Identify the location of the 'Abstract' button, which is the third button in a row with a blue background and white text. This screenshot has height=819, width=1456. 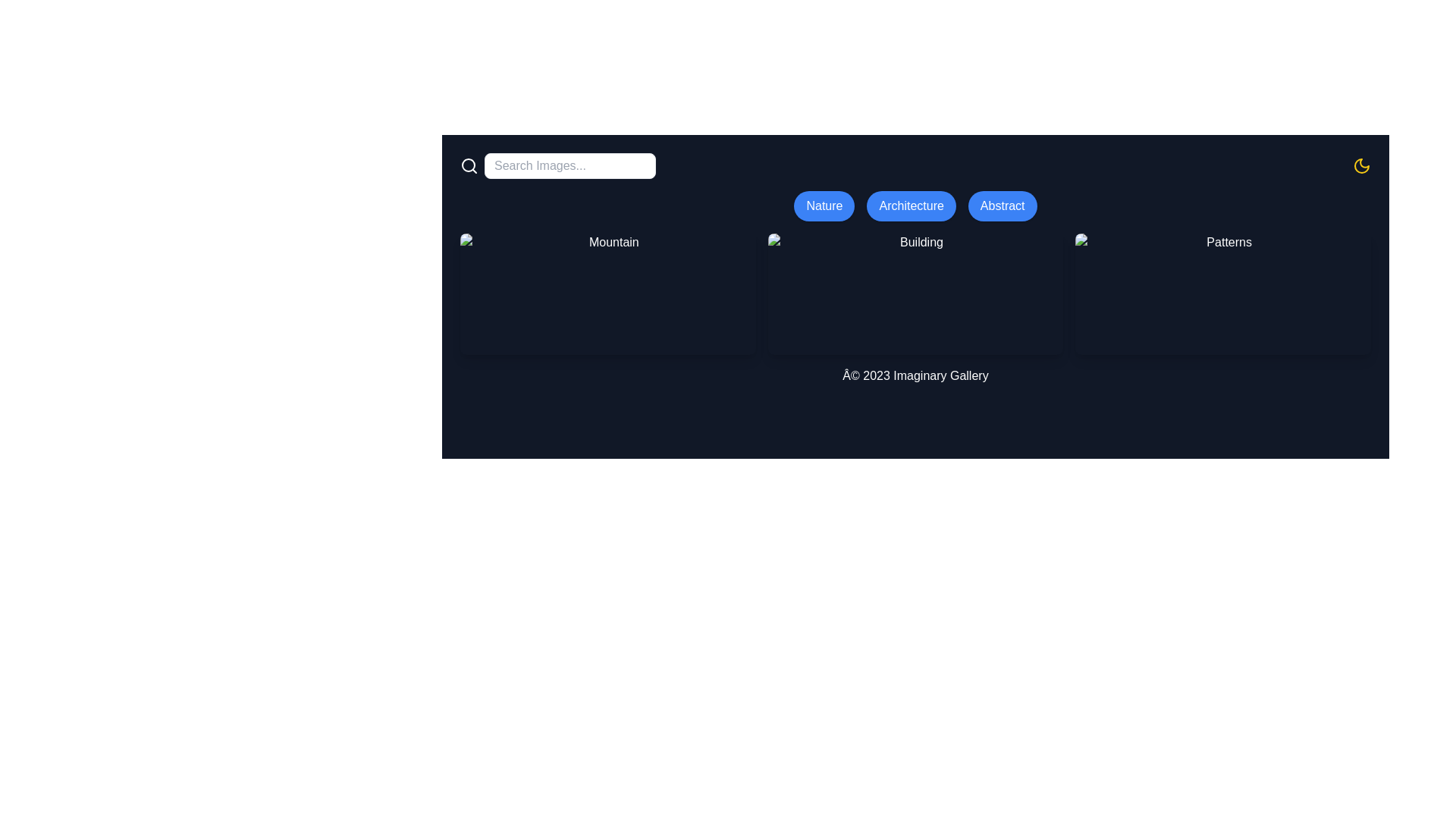
(1003, 206).